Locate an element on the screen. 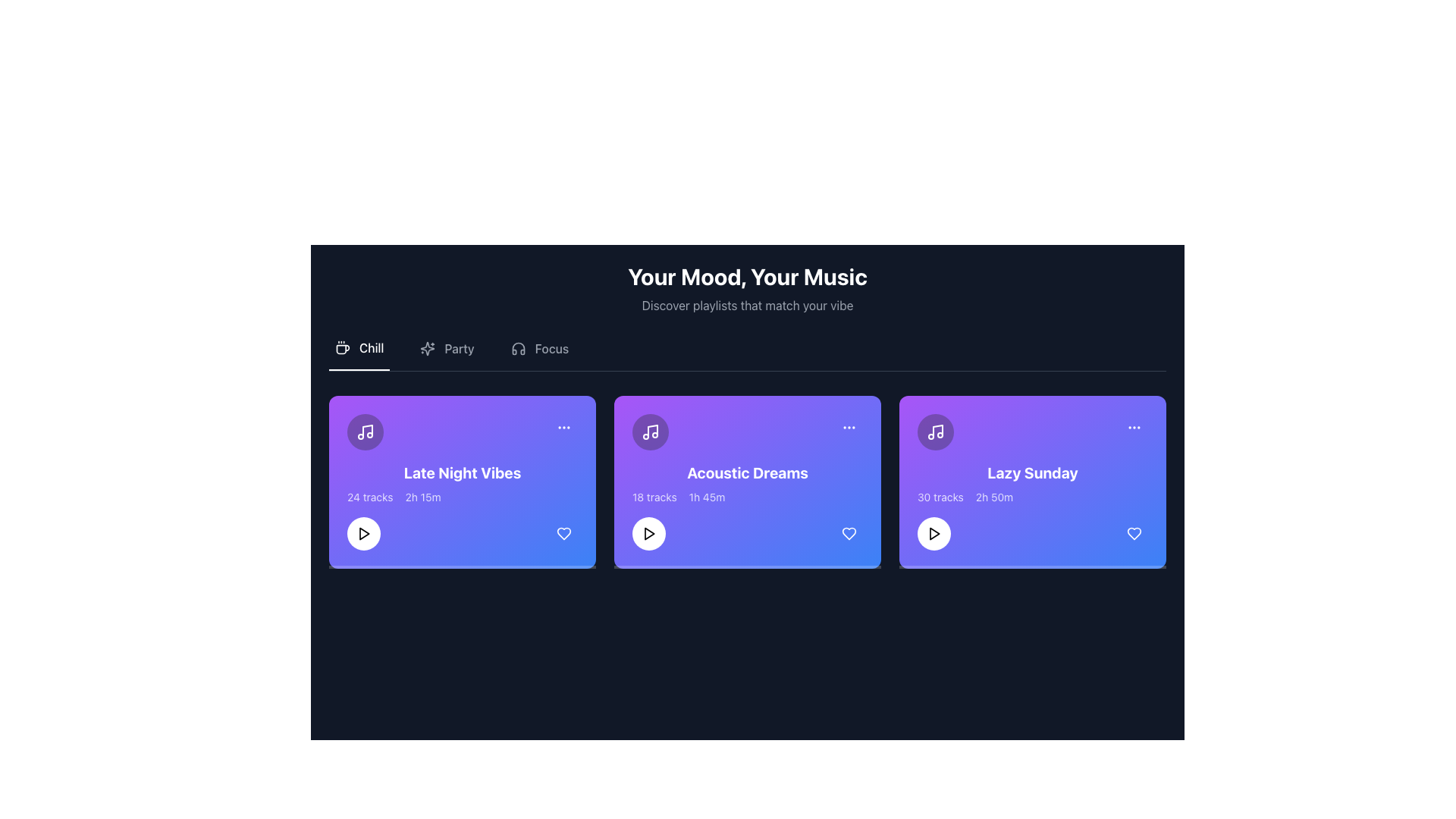 The height and width of the screenshot is (819, 1456). the contextual menu trigger button located in the upper-right corner of the 'Lazy Sunday' playlist card is located at coordinates (1134, 427).